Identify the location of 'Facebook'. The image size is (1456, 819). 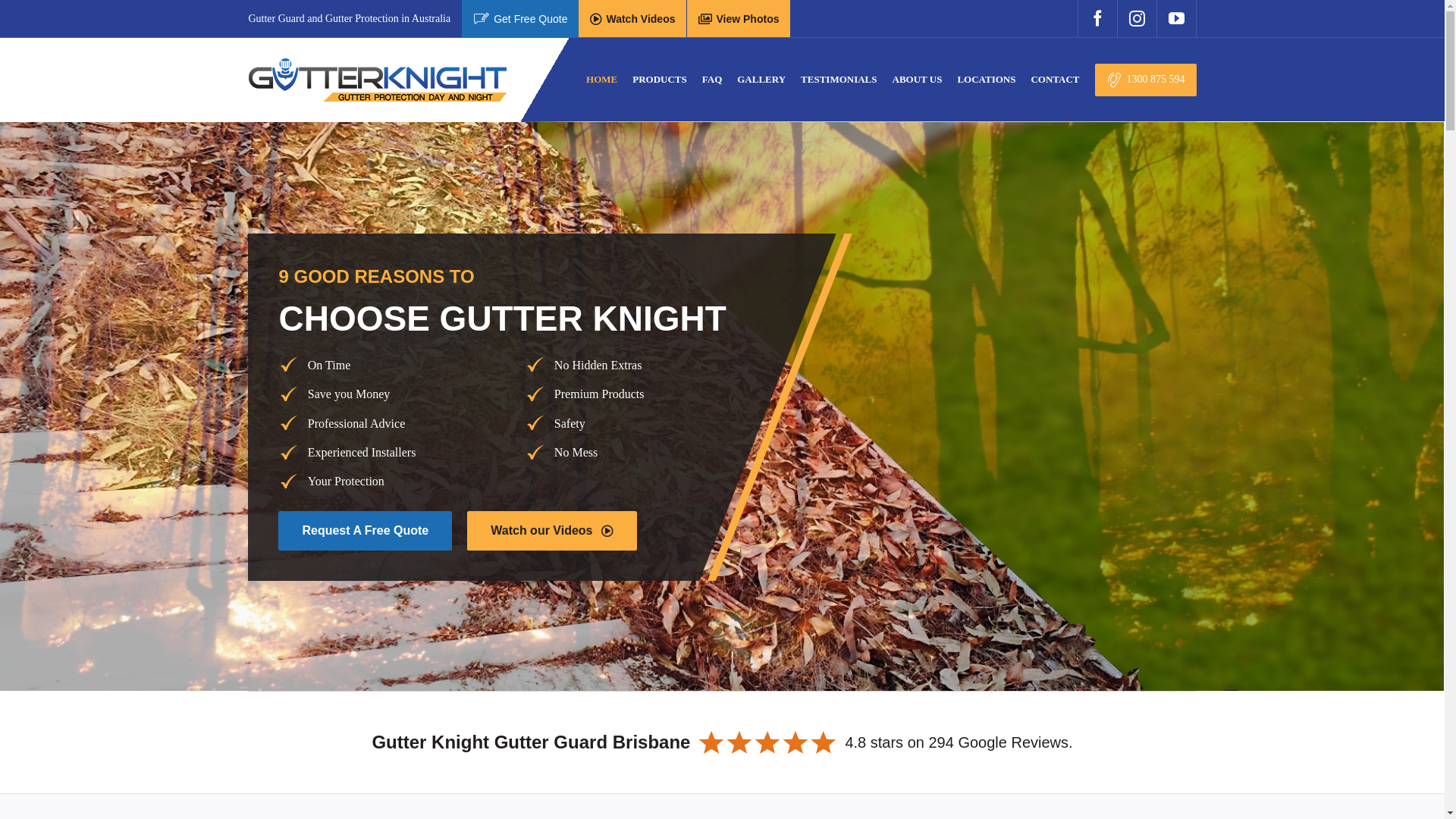
(1097, 18).